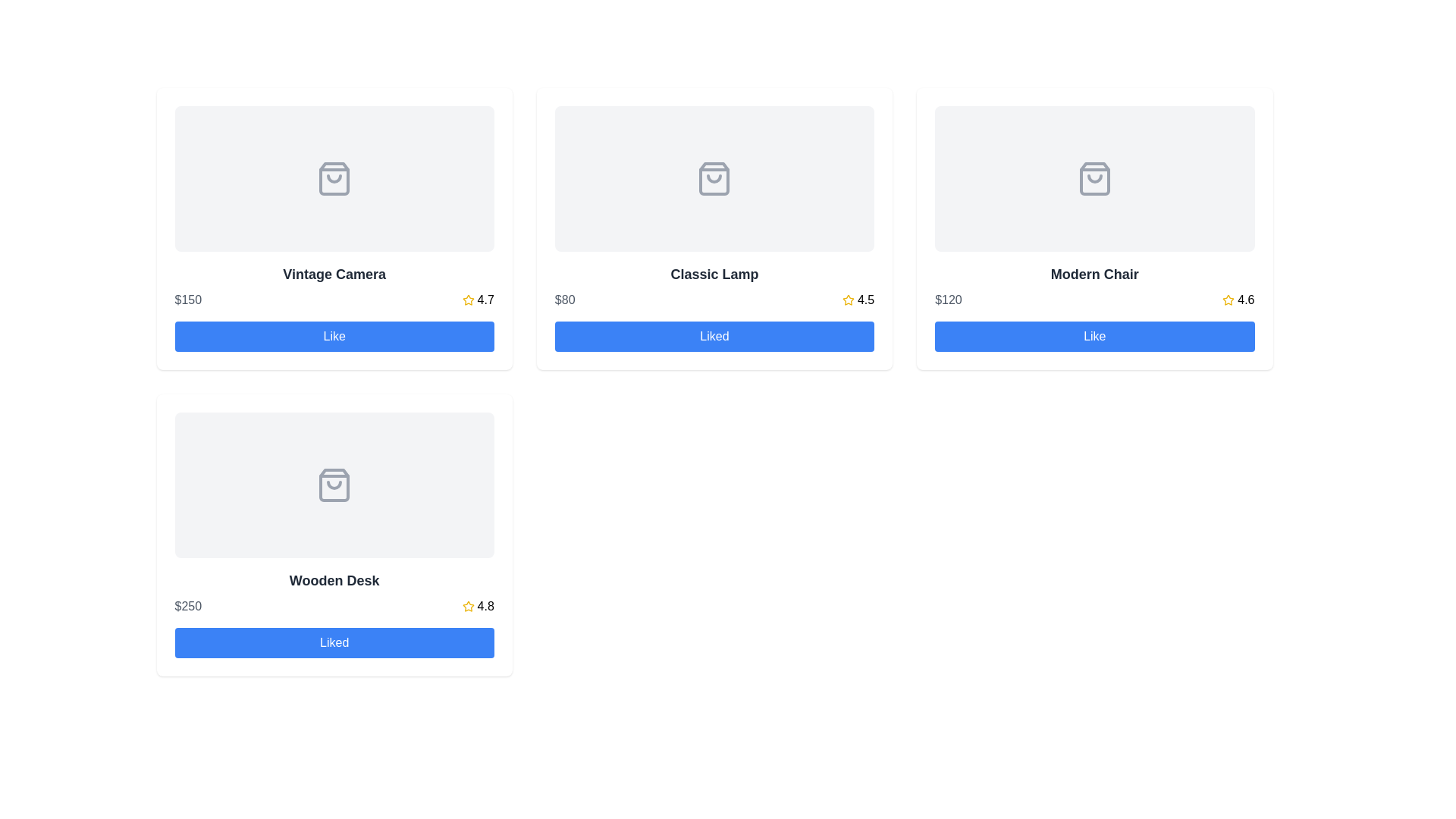  What do you see at coordinates (858, 300) in the screenshot?
I see `the Rating Display for the 'Classic Lamp' item, which consists of a yellow star icon and the text '4.5'` at bounding box center [858, 300].